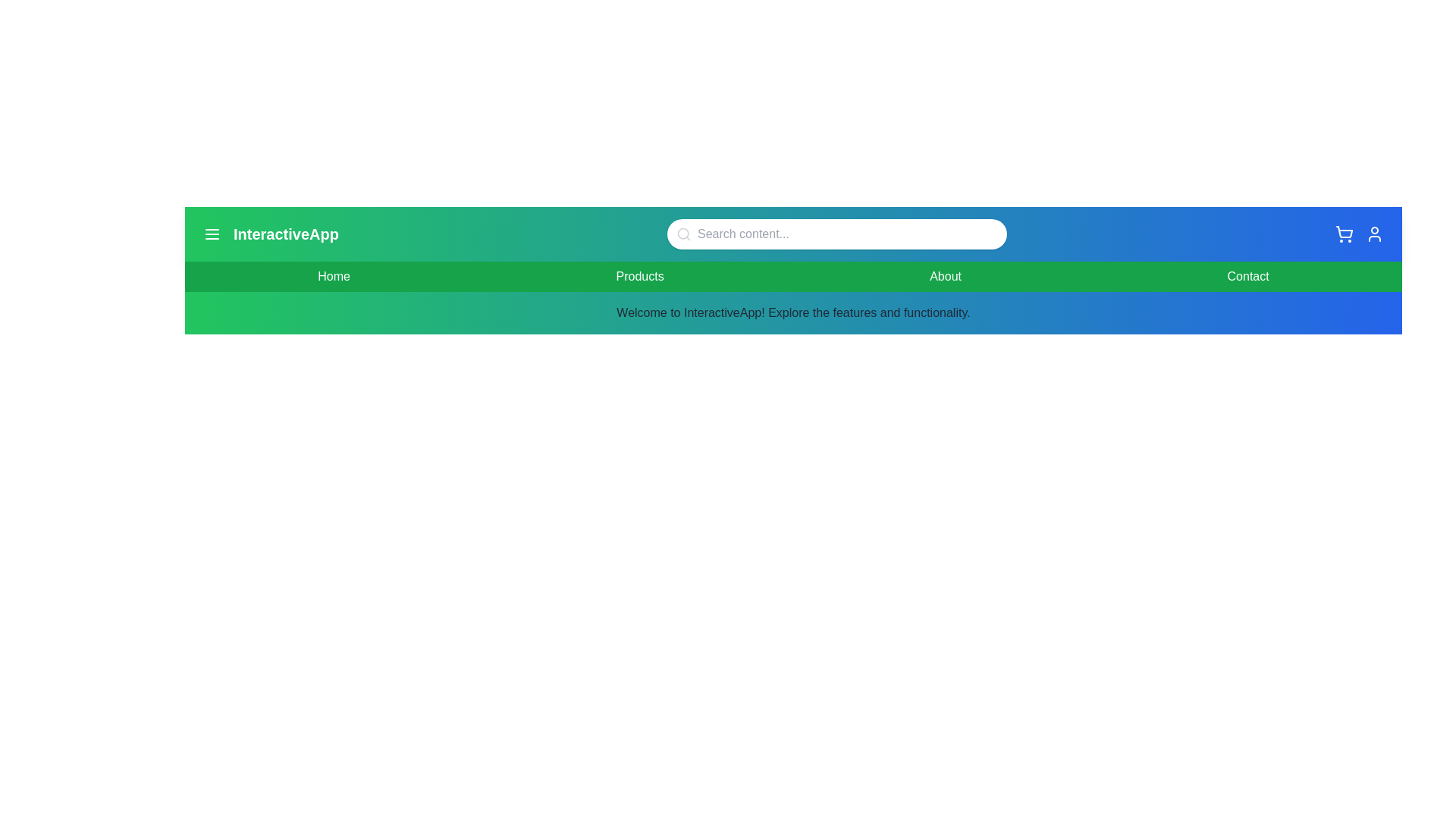 The width and height of the screenshot is (1456, 819). I want to click on the About menu item to navigate, so click(945, 277).